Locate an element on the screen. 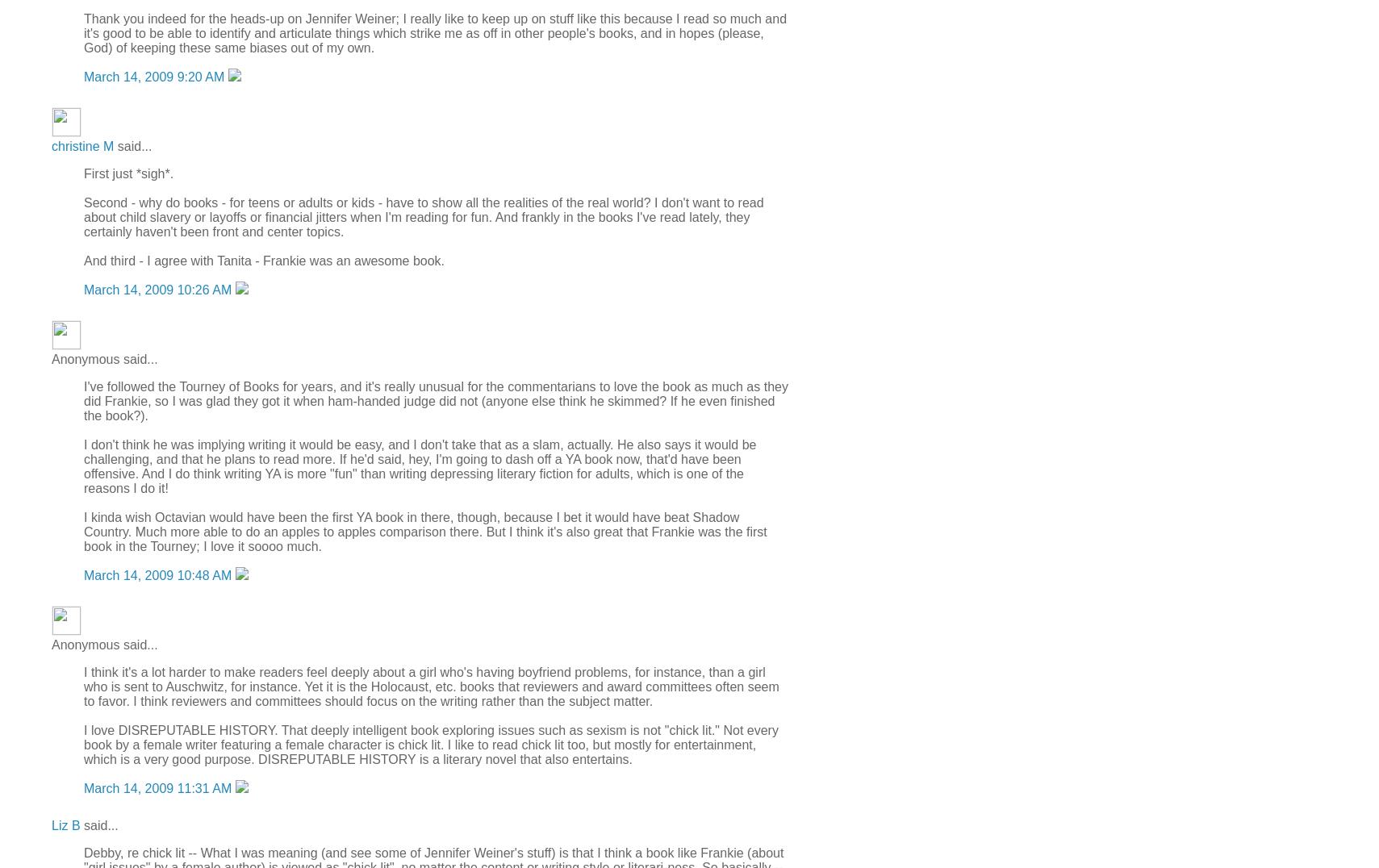 The image size is (1379, 868). 'I don't think he was implying writing it would be easy, and I don't take that as a slam, actually. He also says it would be challenging, and that he plans to read more. If he'd said, hey, I'm going to dash off a YA book now, that'd have been offensive. And I do think writing YA is more "fun" than writing depressing literary fiction for adults, which is one of the reasons I do it!' is located at coordinates (419, 465).